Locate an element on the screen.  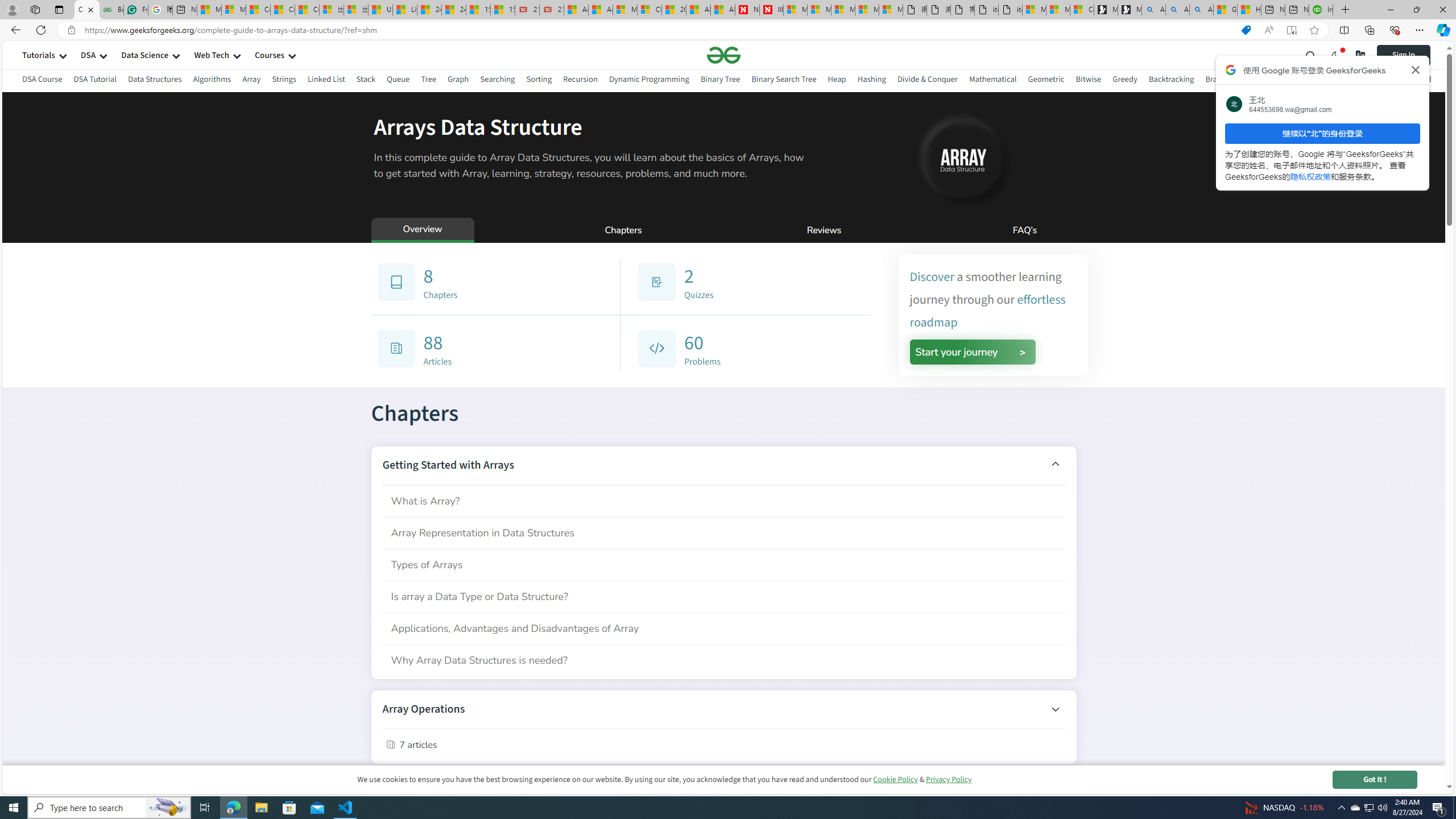
'Graph' is located at coordinates (457, 78).